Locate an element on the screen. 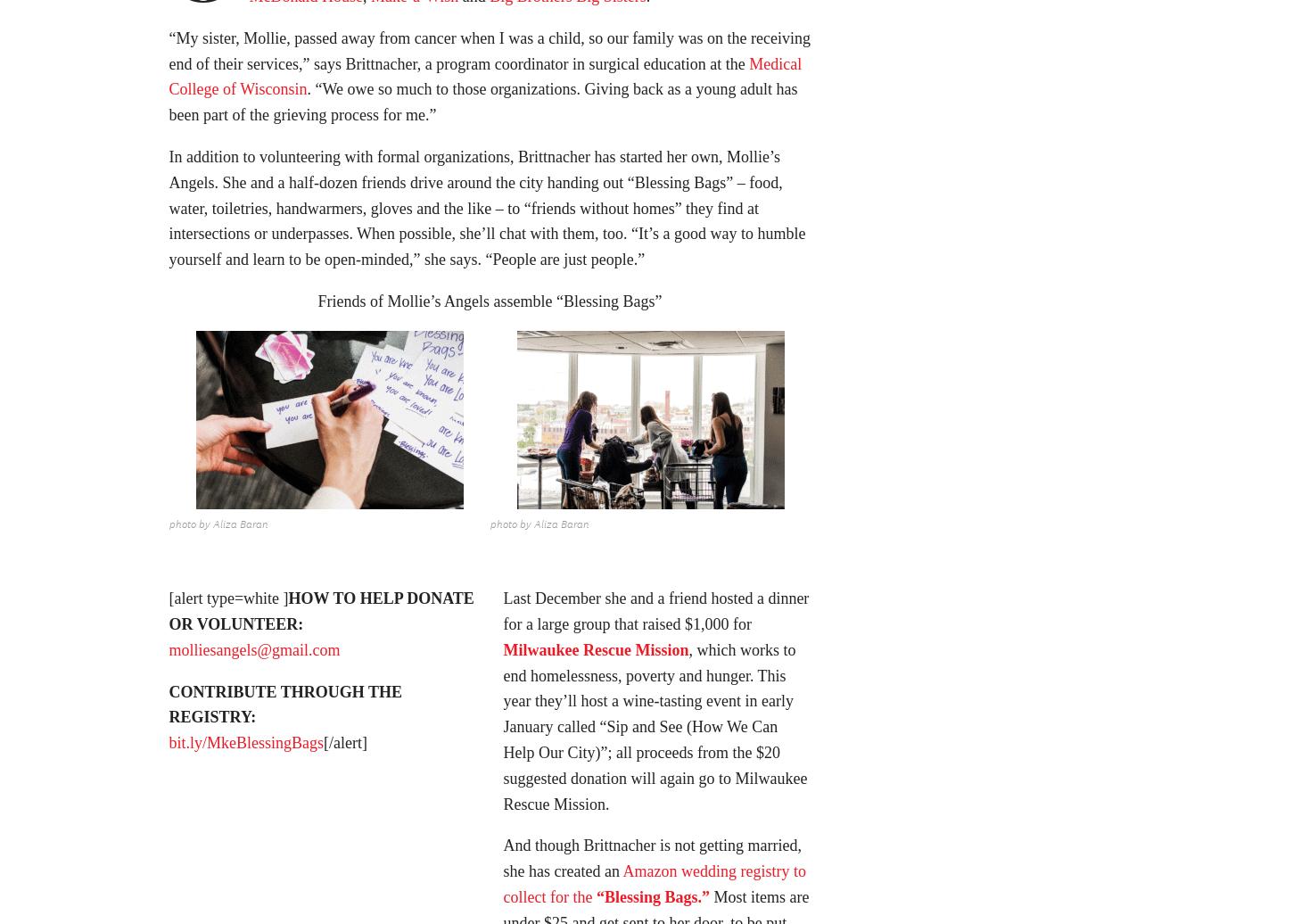  'Amazon wedding registry to collect for the' is located at coordinates (654, 889).